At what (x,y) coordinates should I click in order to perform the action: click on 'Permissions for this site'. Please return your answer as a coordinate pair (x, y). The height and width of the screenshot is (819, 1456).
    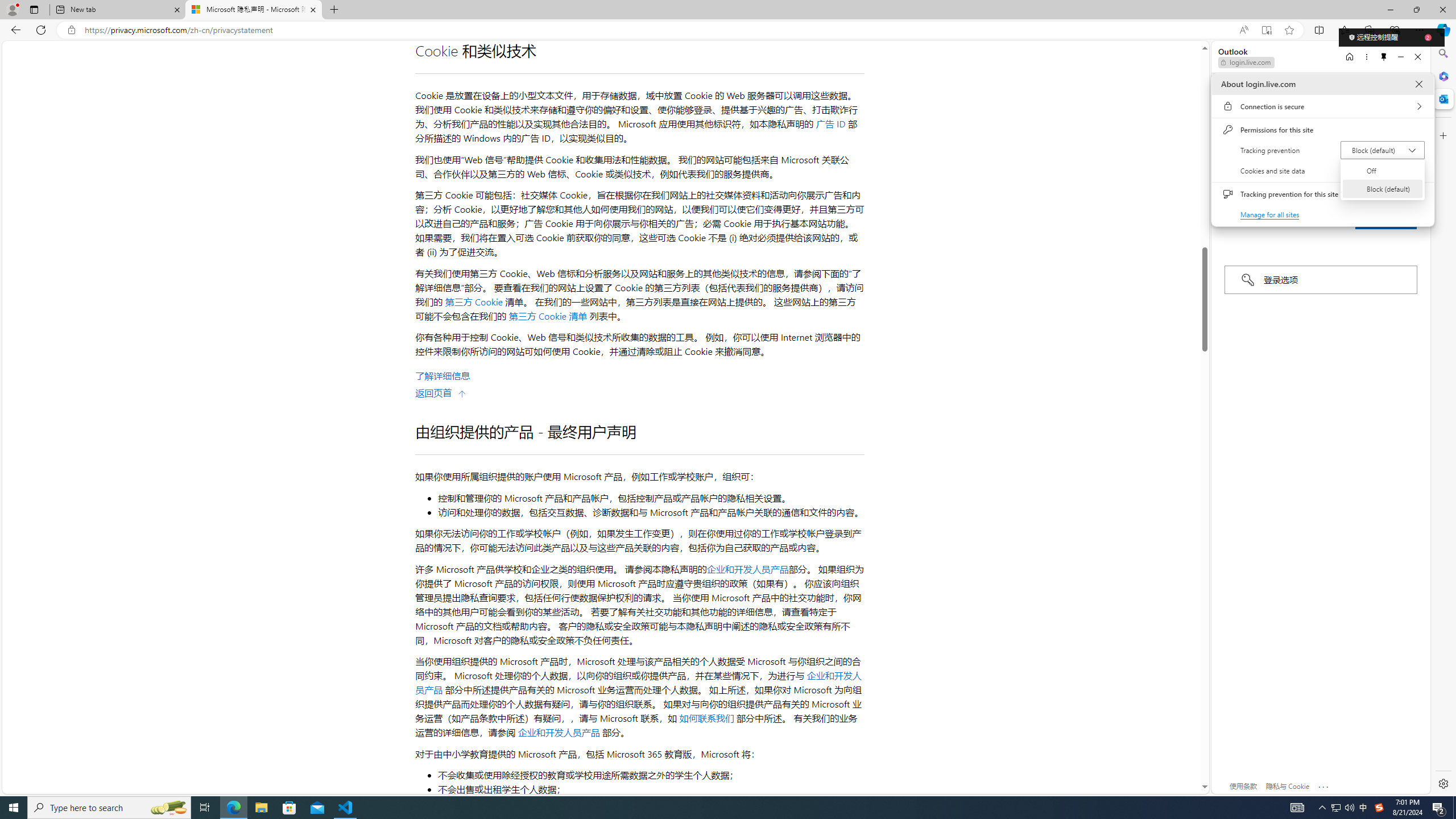
    Looking at the image, I should click on (1322, 129).